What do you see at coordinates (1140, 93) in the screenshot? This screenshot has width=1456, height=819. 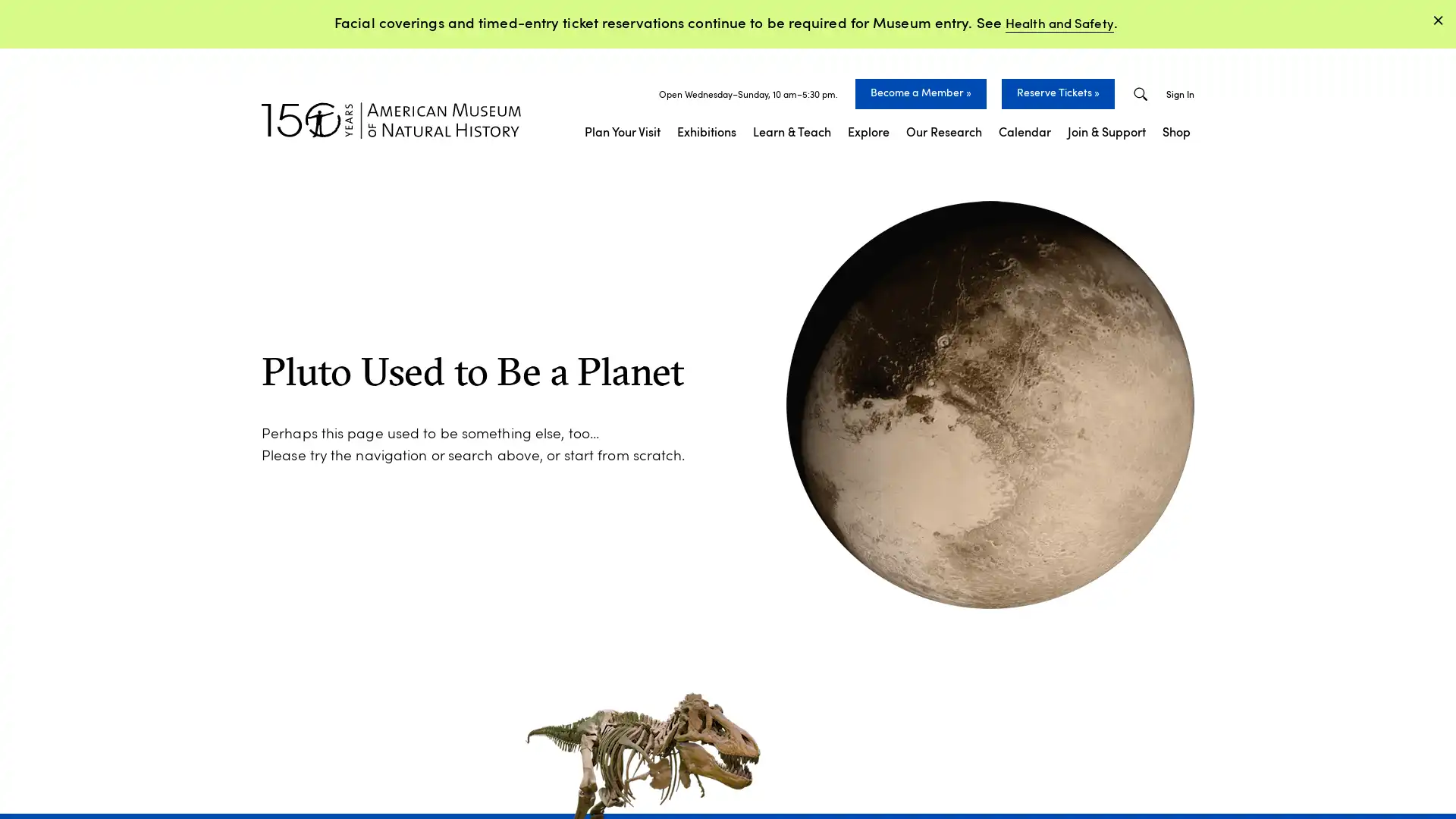 I see `Open Search Modal` at bounding box center [1140, 93].